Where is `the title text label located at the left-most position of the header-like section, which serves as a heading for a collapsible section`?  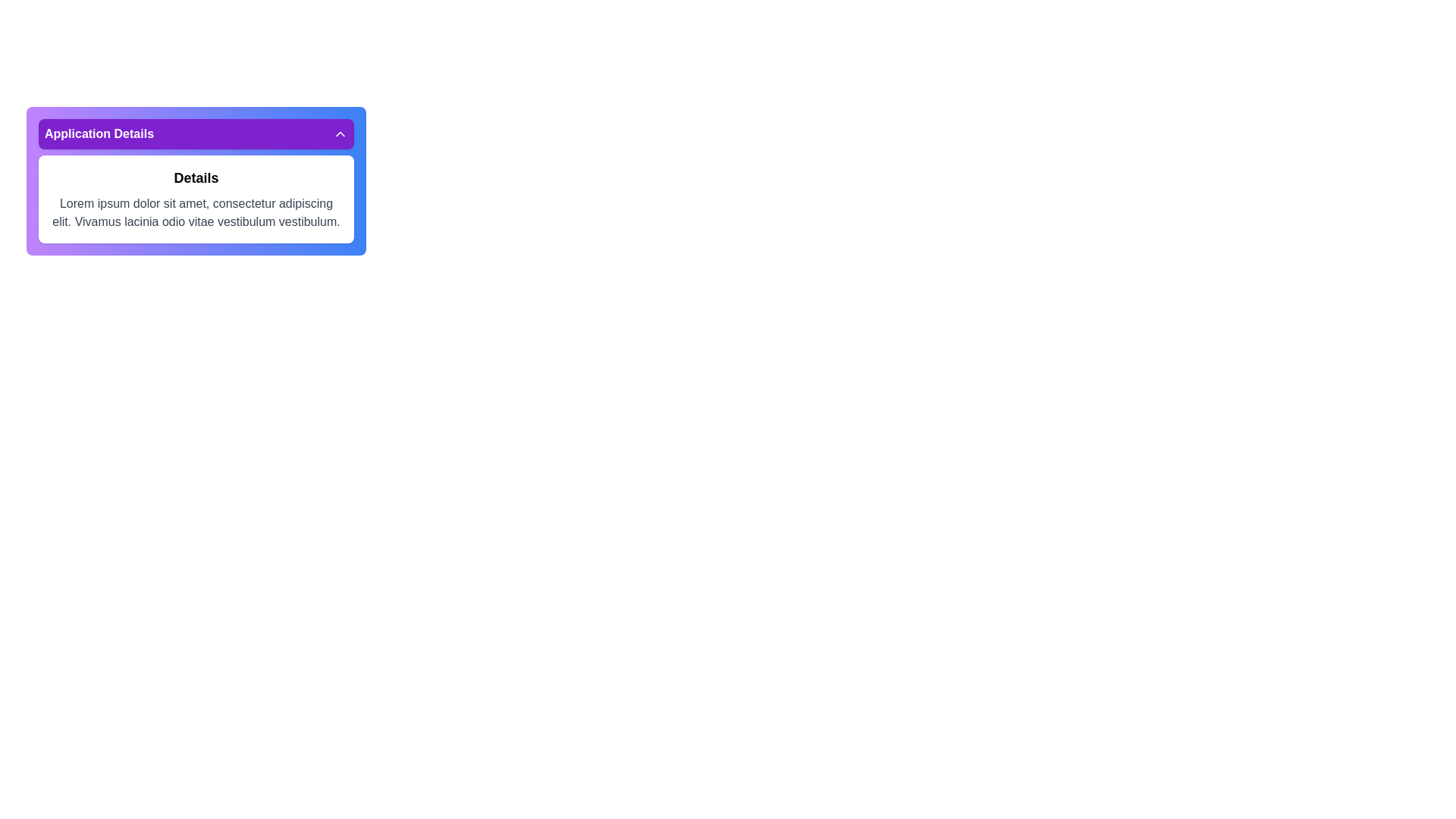
the title text label located at the left-most position of the header-like section, which serves as a heading for a collapsible section is located at coordinates (98, 133).